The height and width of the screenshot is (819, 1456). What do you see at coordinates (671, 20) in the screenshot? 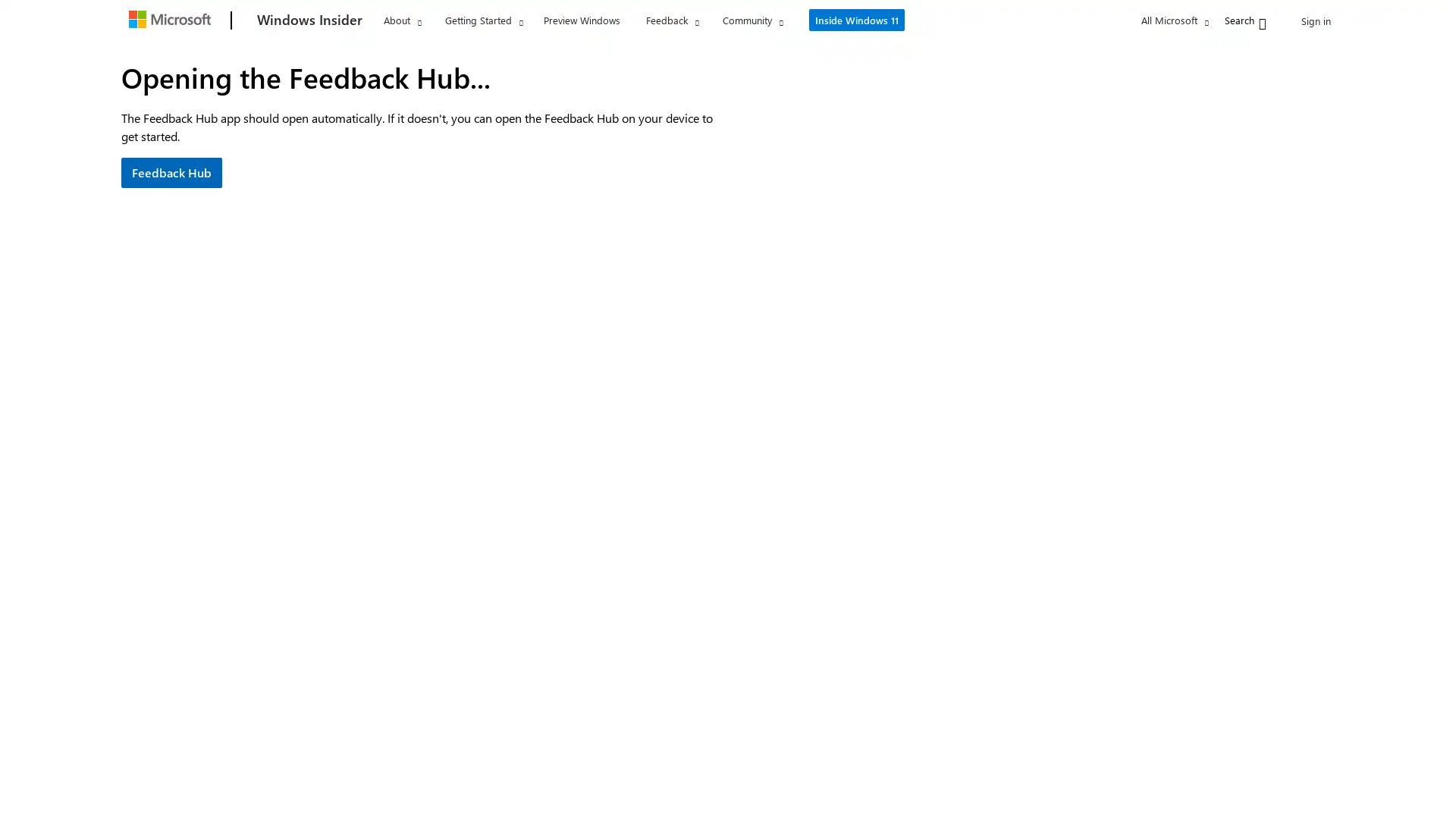
I see `Feedback` at bounding box center [671, 20].